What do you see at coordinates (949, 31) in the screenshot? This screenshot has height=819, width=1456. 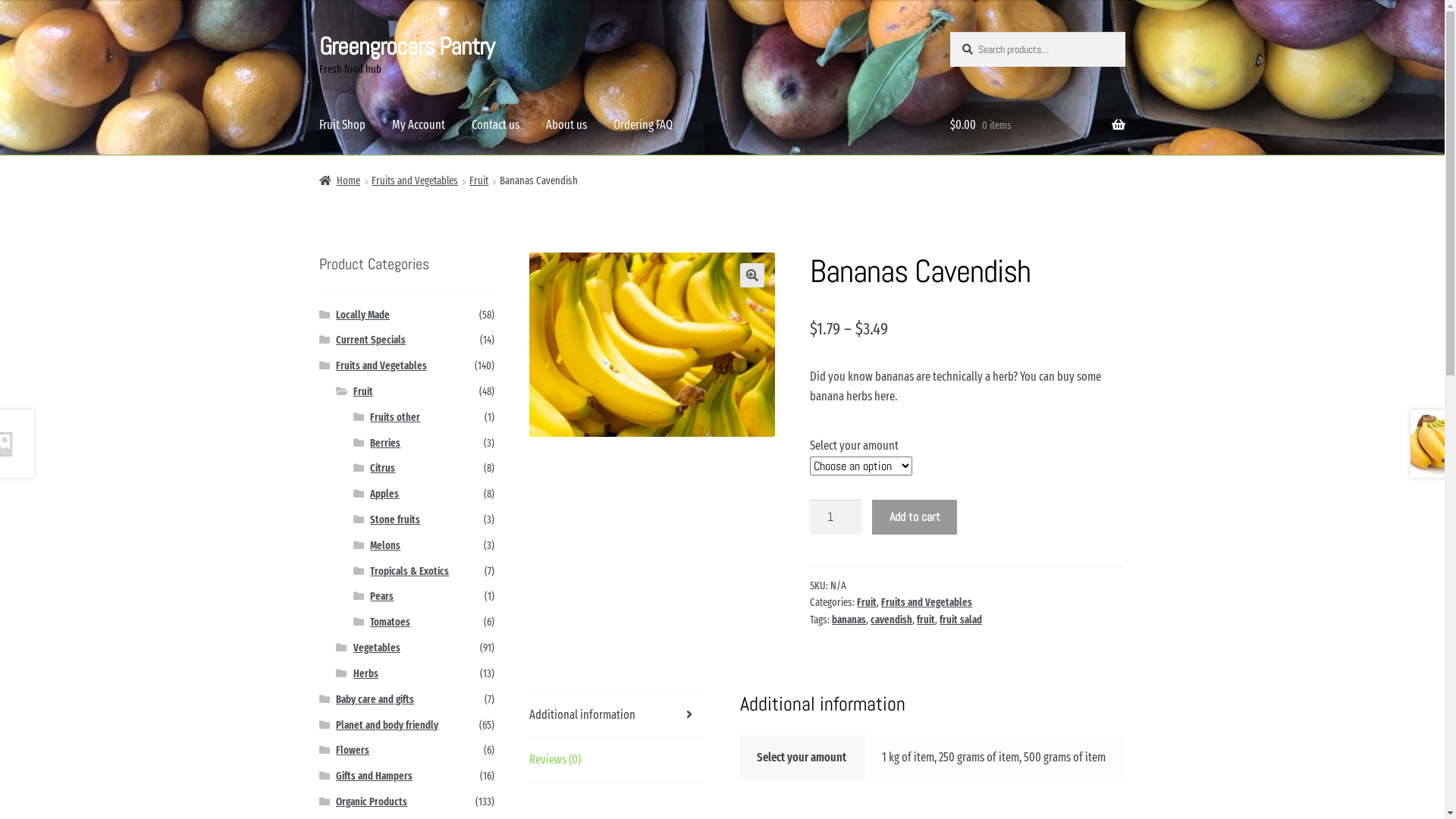 I see `'Search'` at bounding box center [949, 31].